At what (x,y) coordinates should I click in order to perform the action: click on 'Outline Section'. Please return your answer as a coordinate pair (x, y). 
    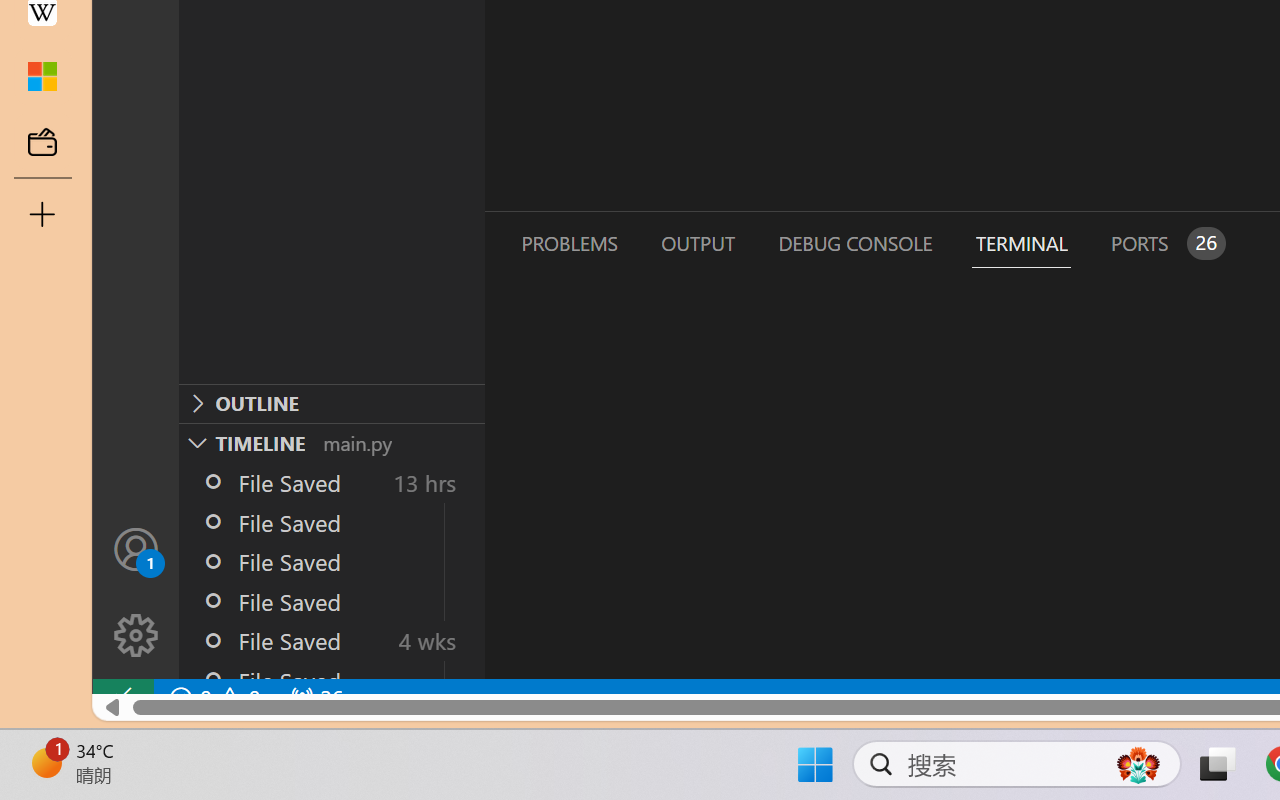
    Looking at the image, I should click on (331, 403).